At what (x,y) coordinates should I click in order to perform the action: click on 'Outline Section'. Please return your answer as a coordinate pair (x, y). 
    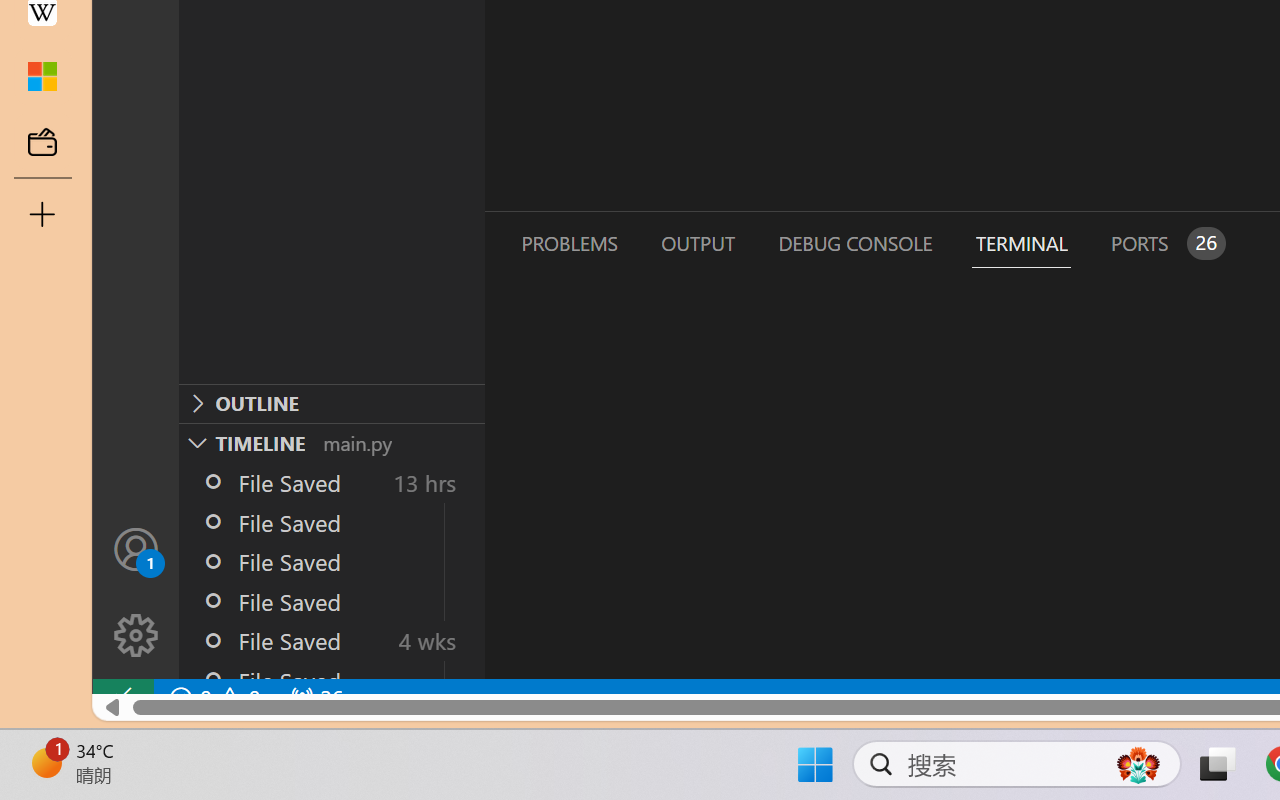
    Looking at the image, I should click on (331, 403).